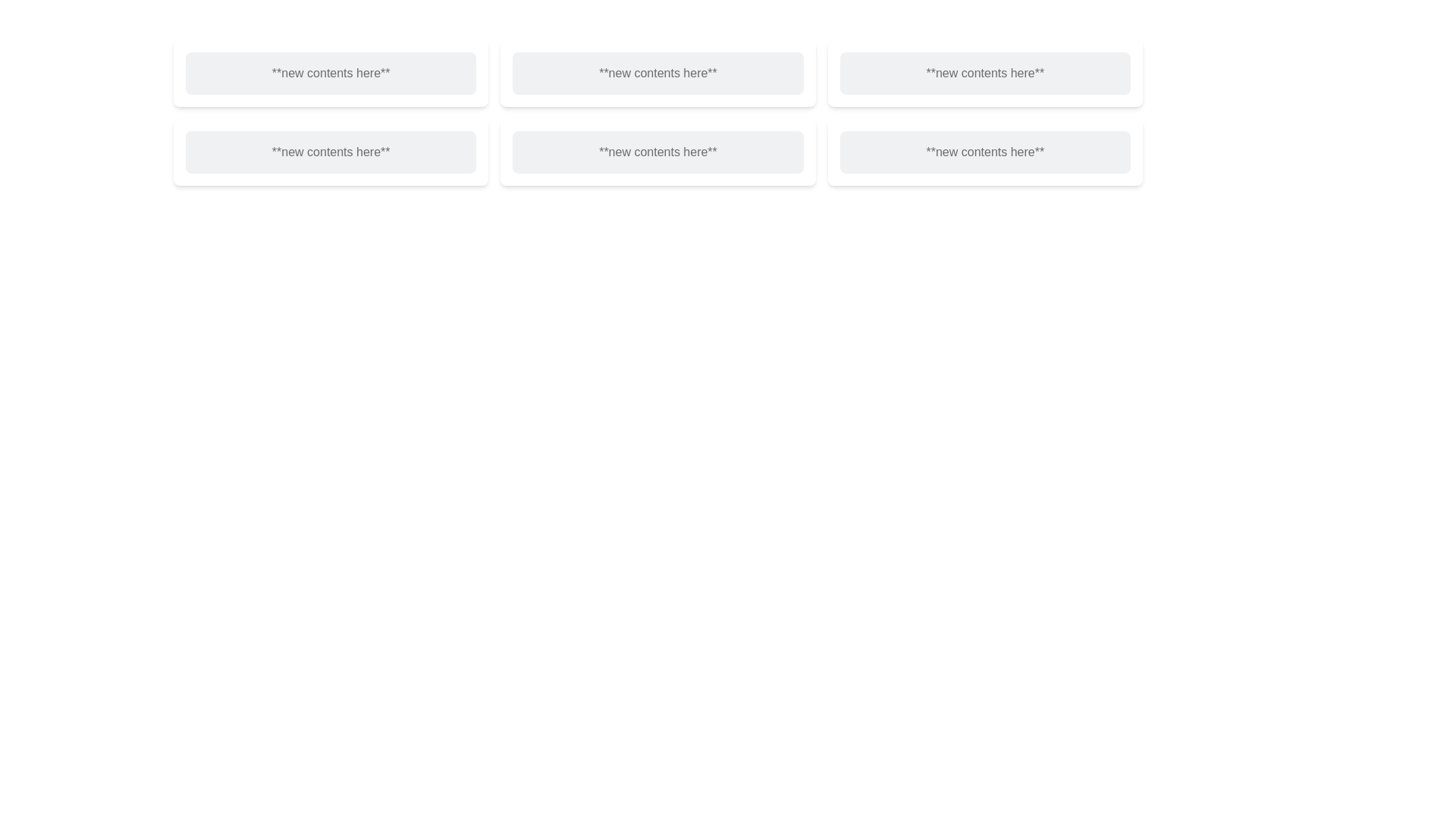  I want to click on the white card with the text 'new contents here' that is located in the second row, first column of the grid layout, so click(330, 152).